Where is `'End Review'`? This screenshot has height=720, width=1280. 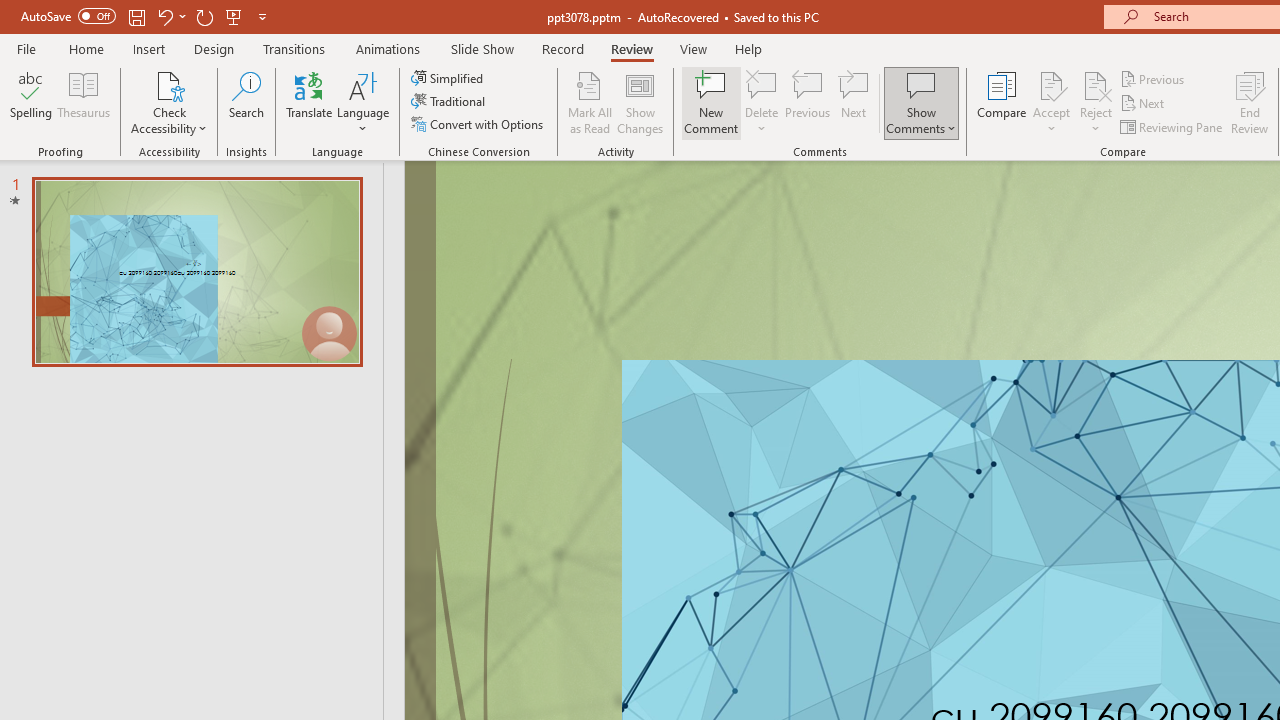 'End Review' is located at coordinates (1248, 103).